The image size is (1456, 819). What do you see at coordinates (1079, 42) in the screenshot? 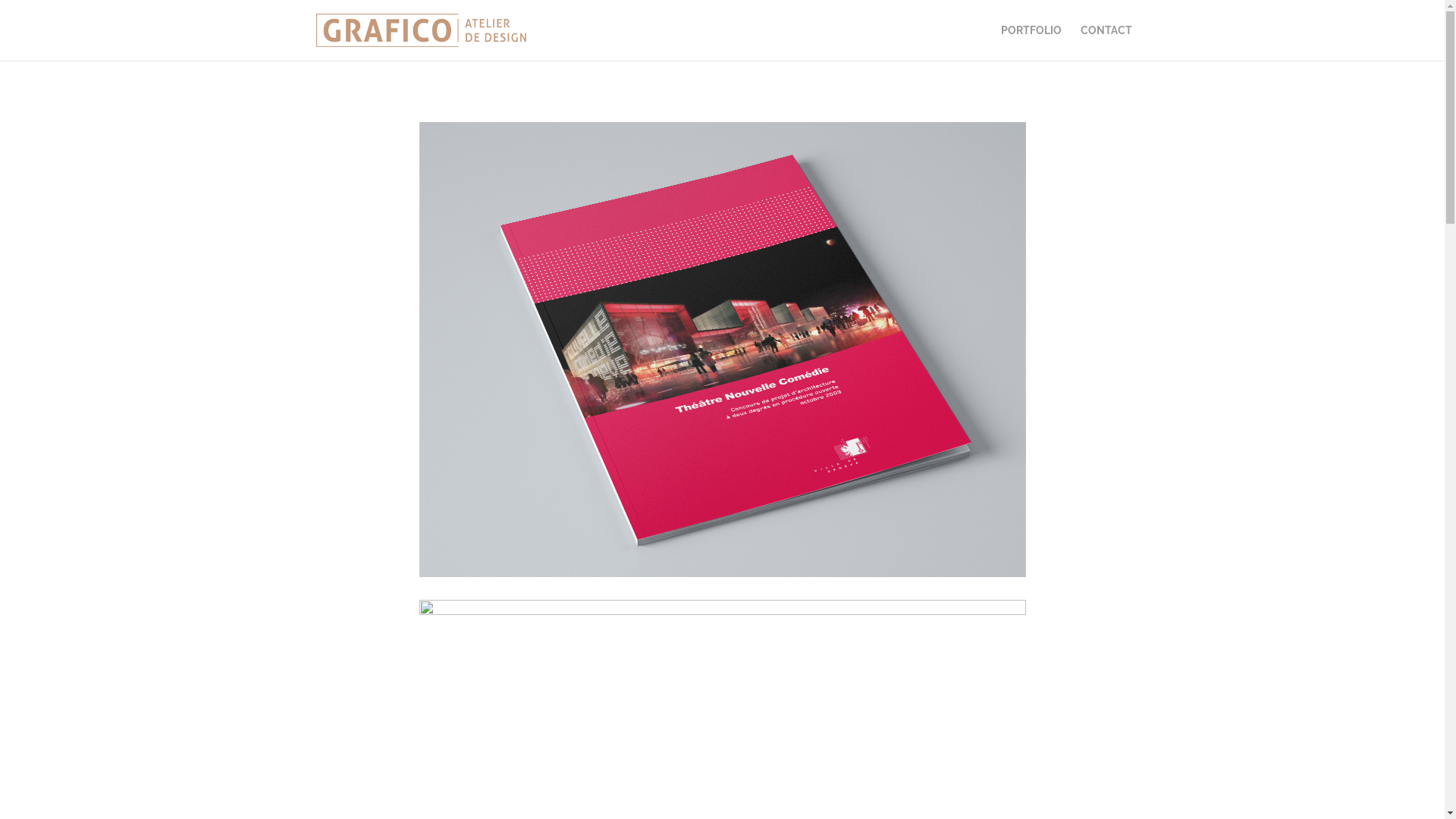
I see `'CONTACT'` at bounding box center [1079, 42].